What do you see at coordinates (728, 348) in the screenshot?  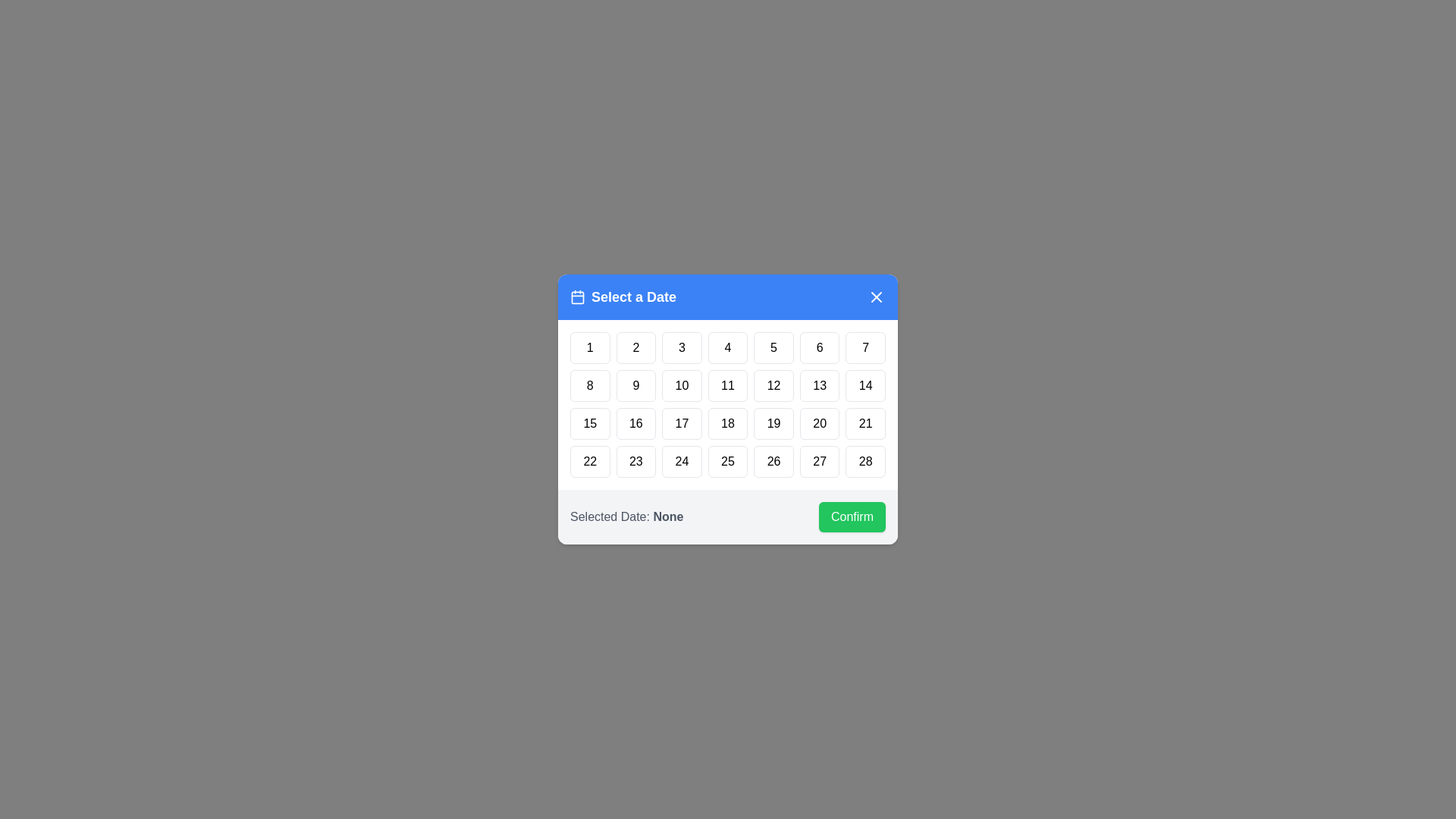 I see `the button representing the day 4 to select that date` at bounding box center [728, 348].